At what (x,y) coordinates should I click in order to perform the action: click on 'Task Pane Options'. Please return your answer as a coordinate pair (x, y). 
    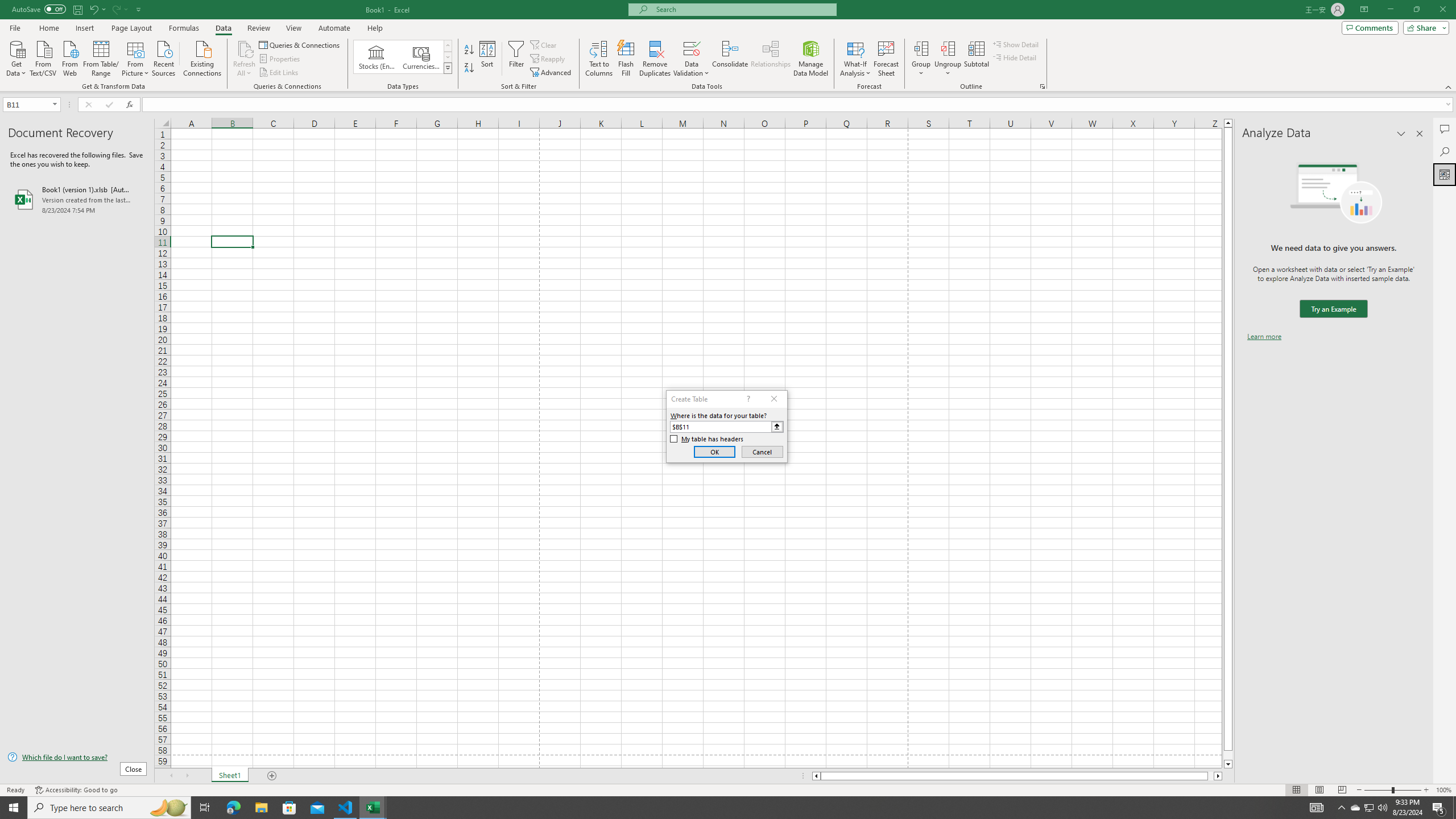
    Looking at the image, I should click on (1401, 133).